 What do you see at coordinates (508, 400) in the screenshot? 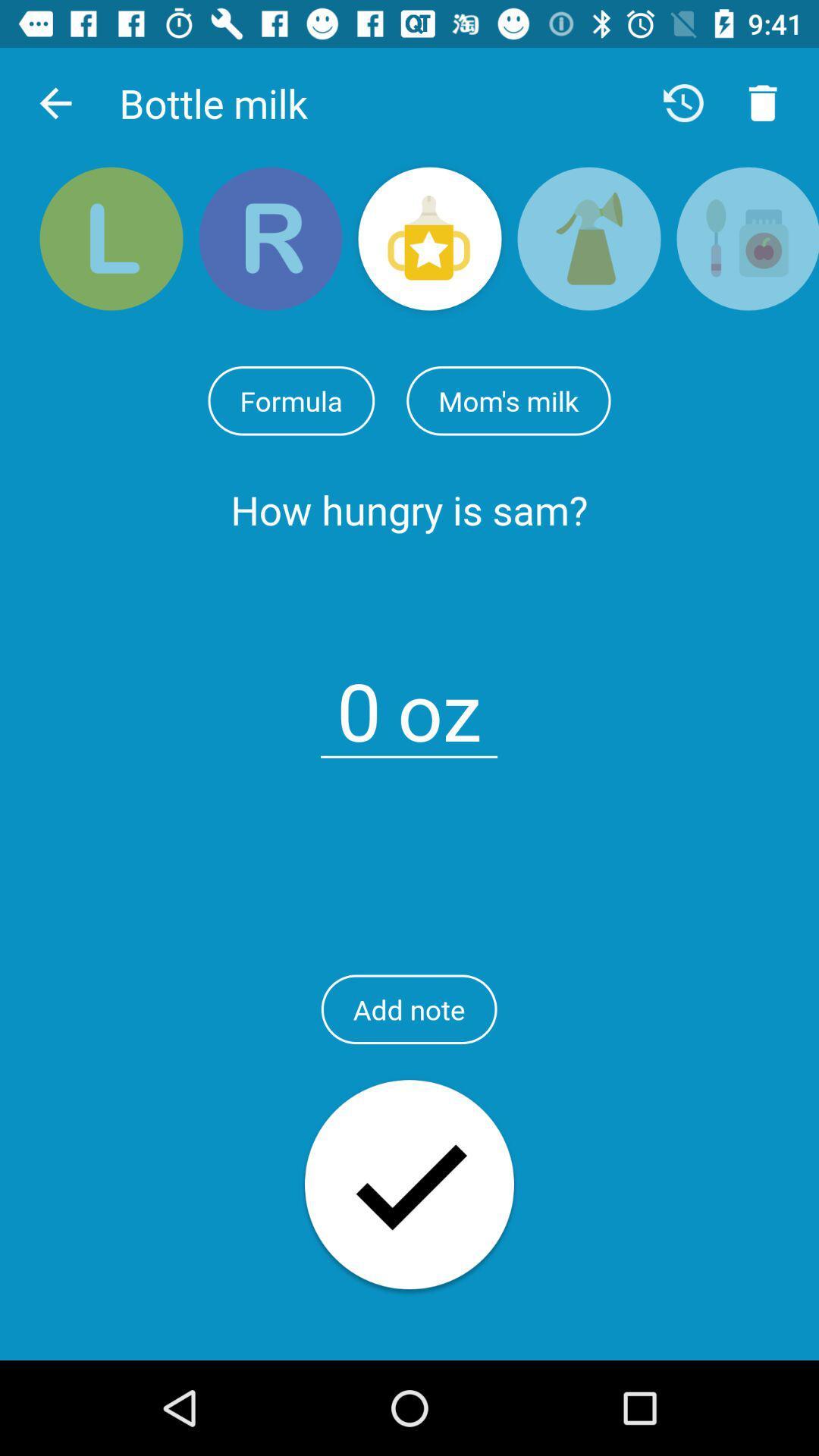
I see `the item next to formula` at bounding box center [508, 400].